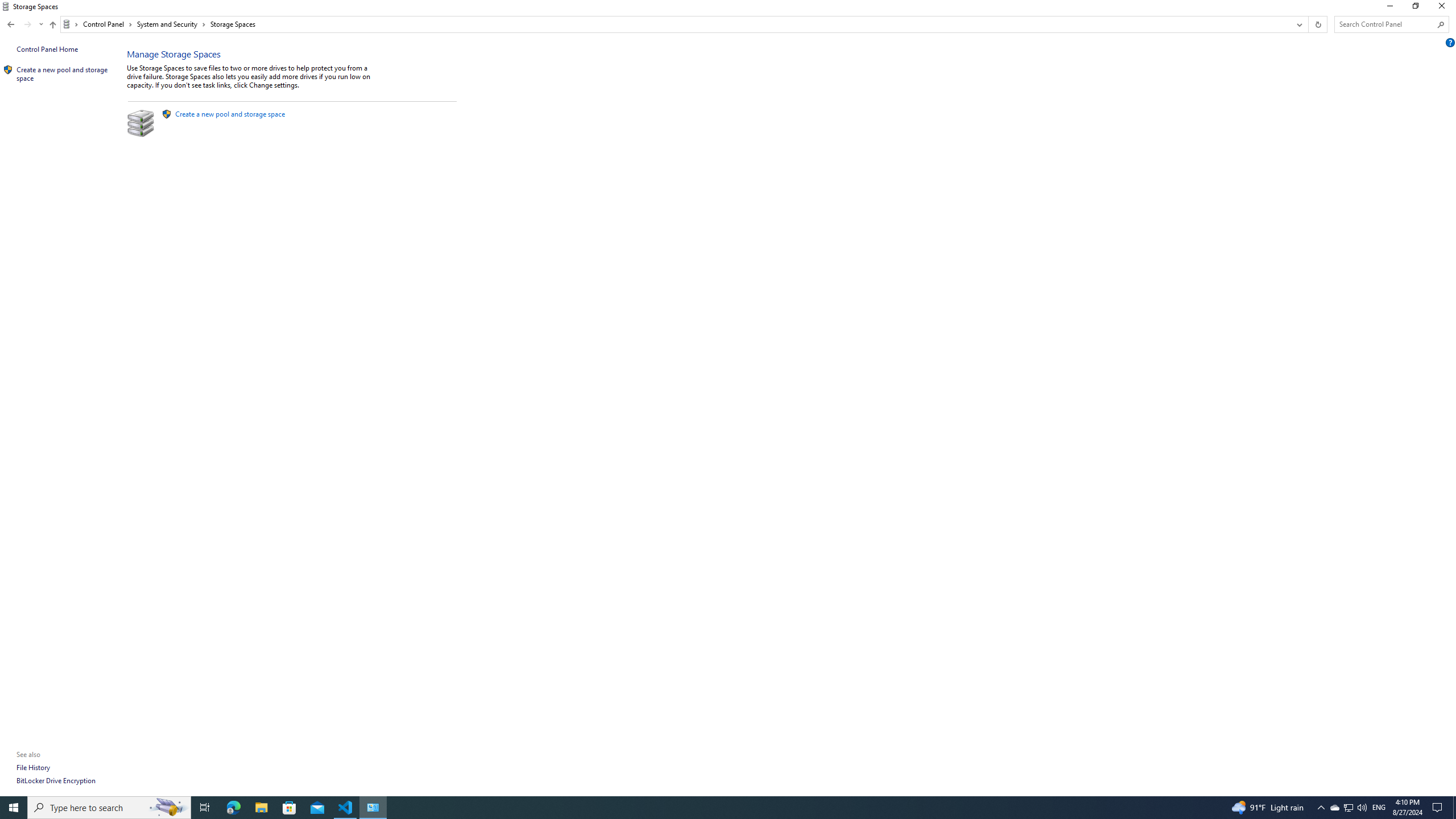 The height and width of the screenshot is (819, 1456). I want to click on 'Address band toolbar', so click(1308, 24).